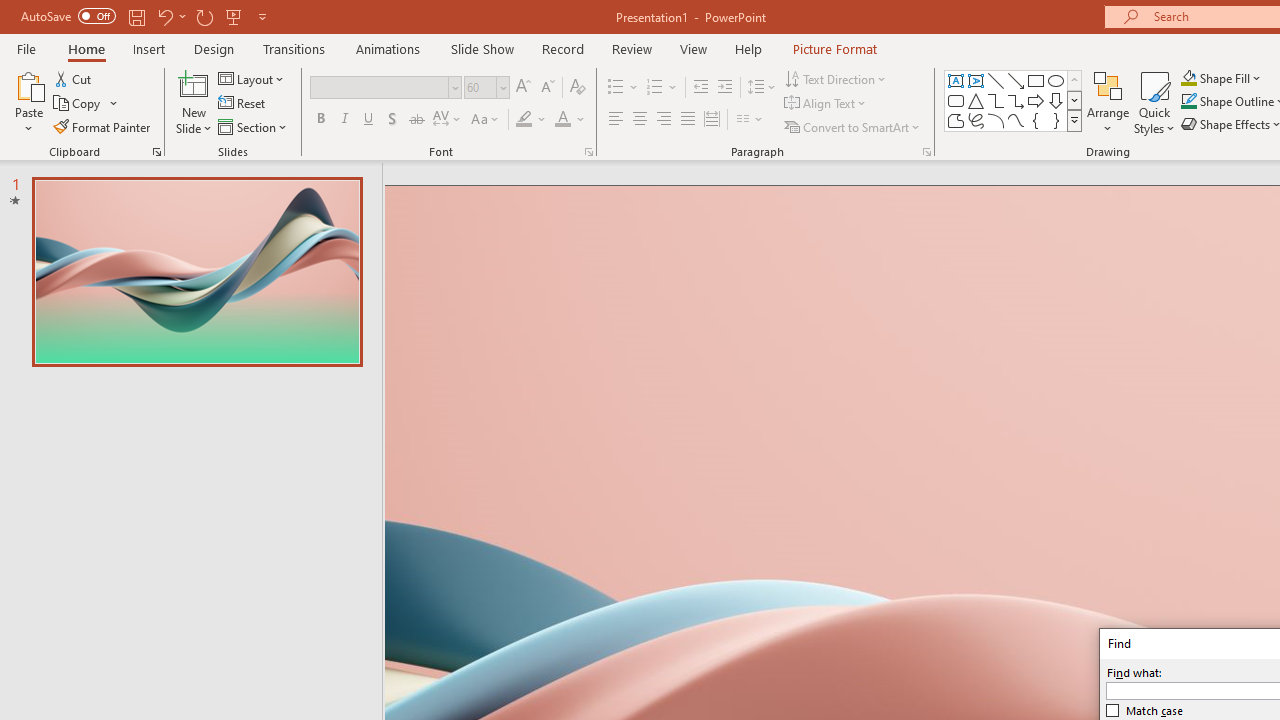  Describe the element at coordinates (1036, 80) in the screenshot. I see `'Rectangle'` at that location.